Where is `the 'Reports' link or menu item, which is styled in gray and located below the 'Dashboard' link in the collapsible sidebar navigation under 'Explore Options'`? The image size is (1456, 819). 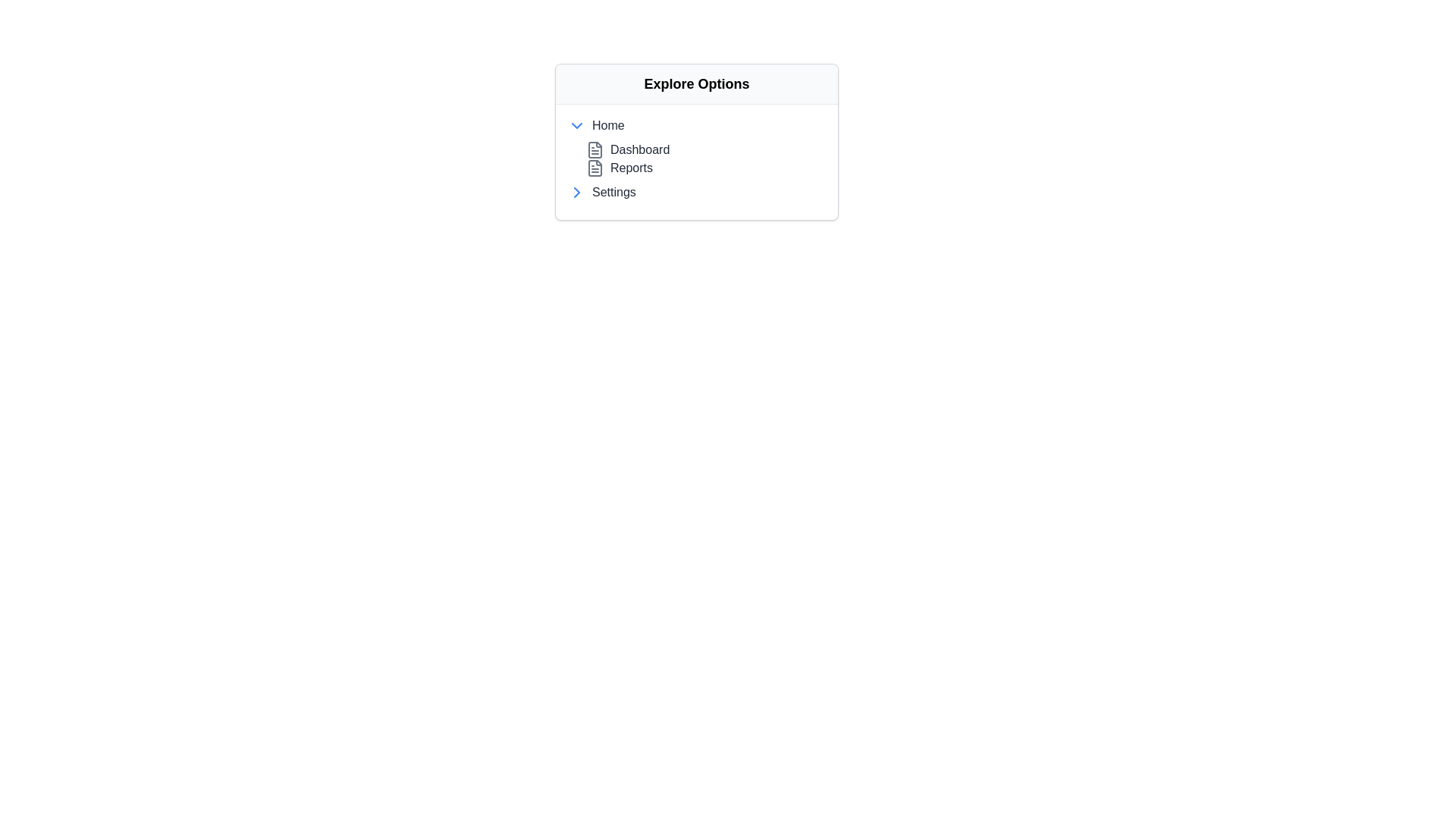 the 'Reports' link or menu item, which is styled in gray and located below the 'Dashboard' link in the collapsible sidebar navigation under 'Explore Options' is located at coordinates (705, 168).